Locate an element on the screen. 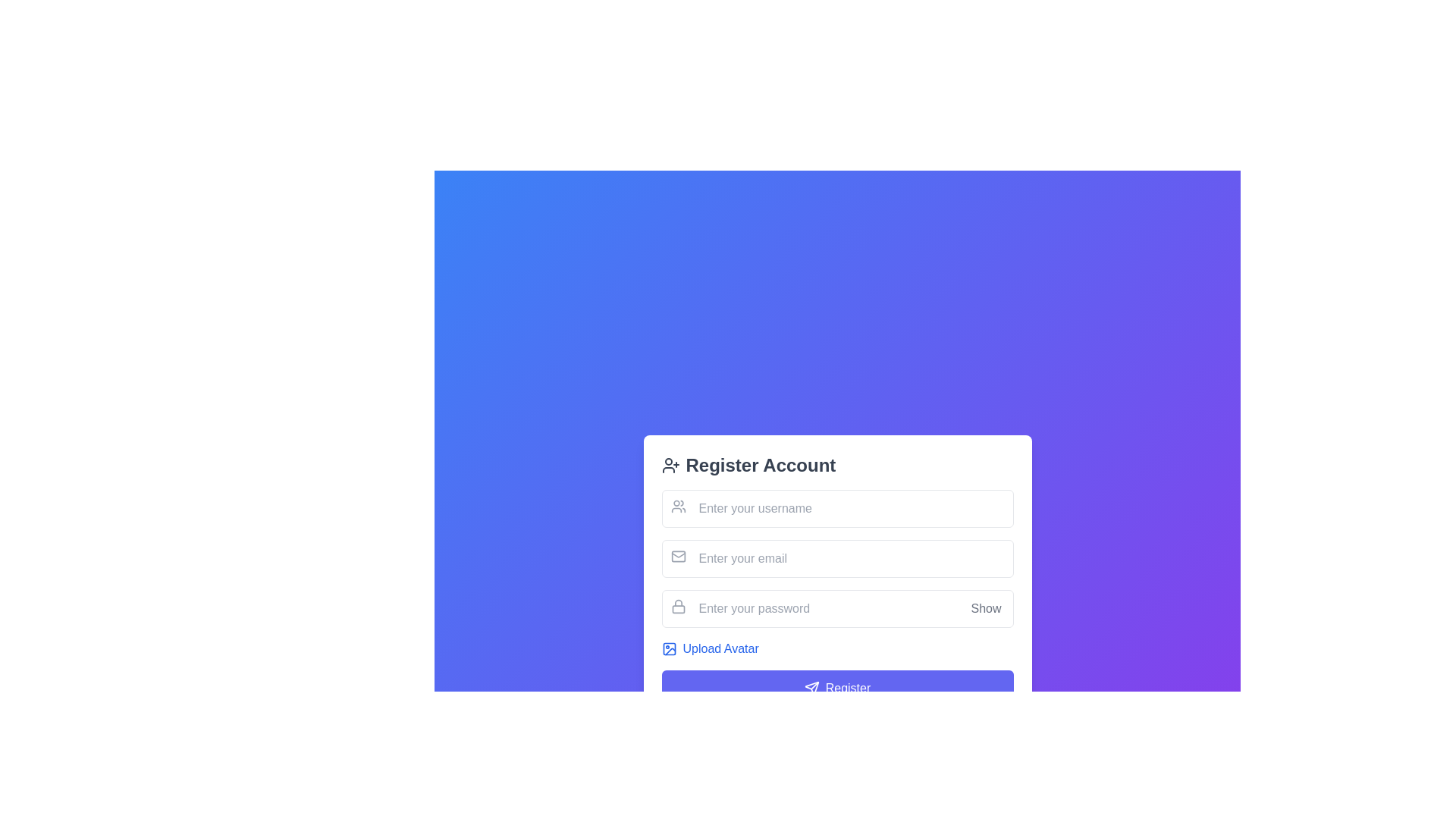 Image resolution: width=1456 pixels, height=819 pixels. rectangle element styled as an image placeholder located at the top-left corner of the registration form, near the 'Register Account' title, using developer tools is located at coordinates (668, 648).